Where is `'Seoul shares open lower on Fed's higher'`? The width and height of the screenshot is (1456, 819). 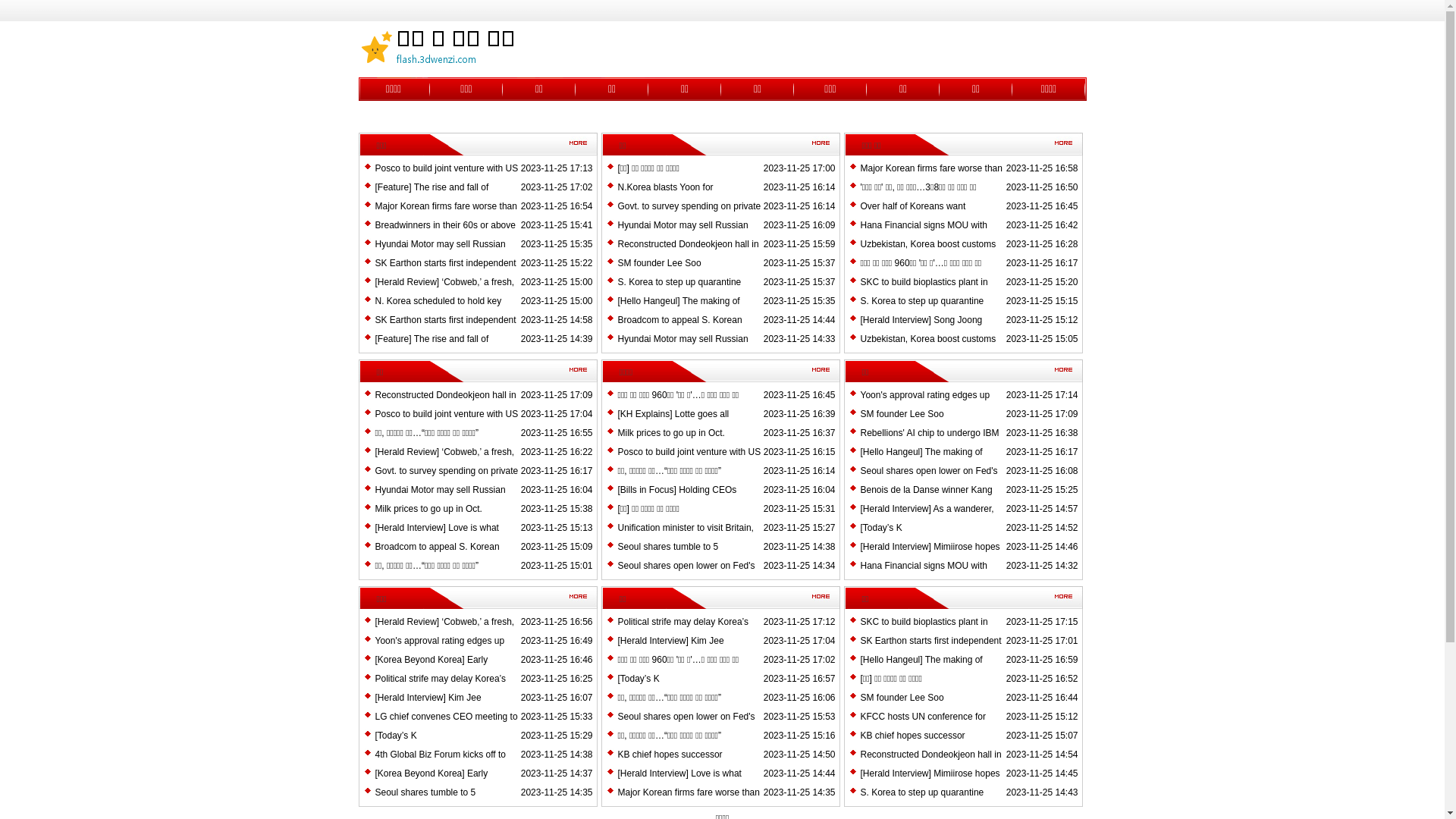
'Seoul shares open lower on Fed's higher' is located at coordinates (685, 575).